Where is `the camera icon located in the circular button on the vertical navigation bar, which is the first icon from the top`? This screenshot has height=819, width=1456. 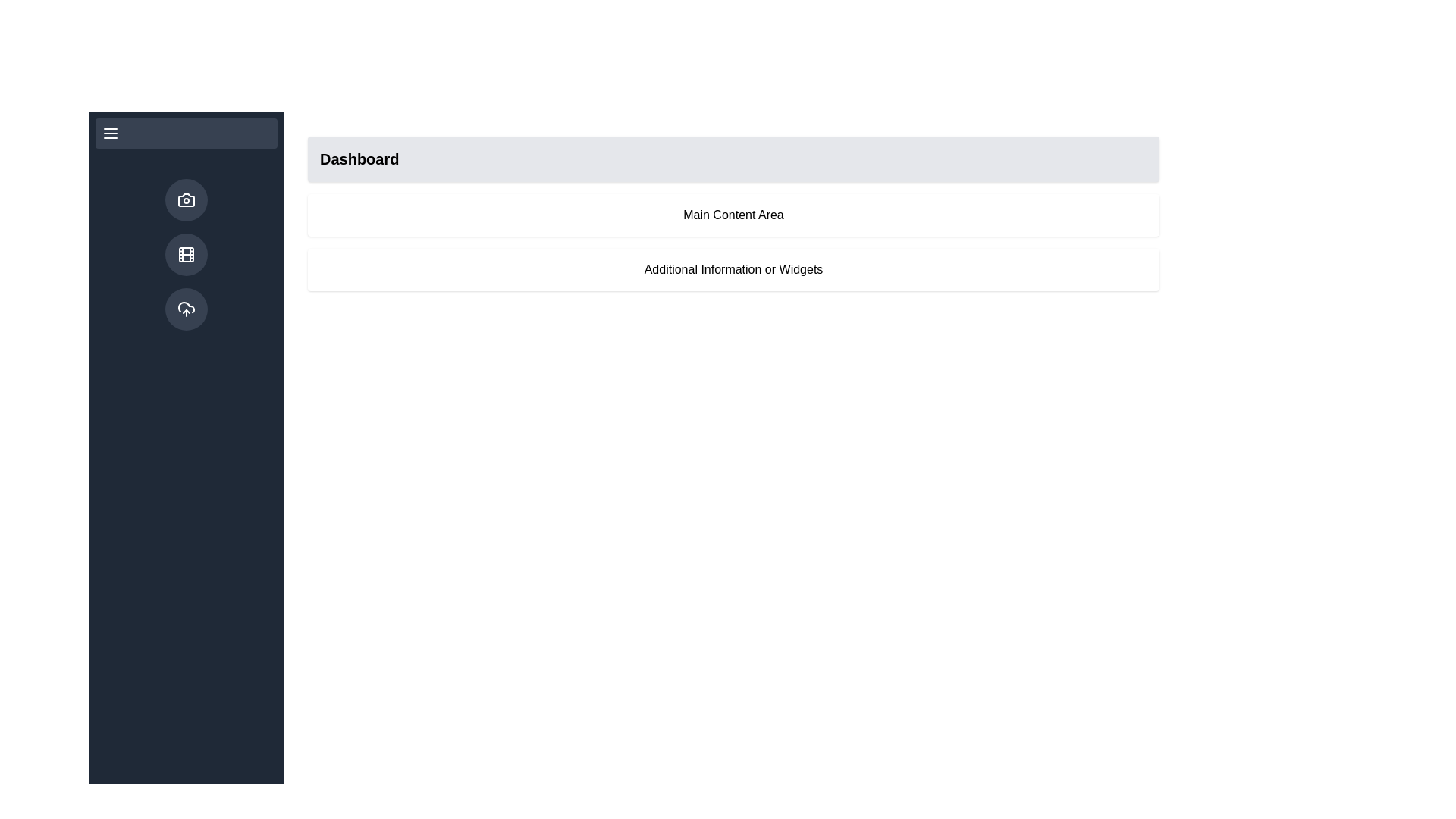
the camera icon located in the circular button on the vertical navigation bar, which is the first icon from the top is located at coordinates (185, 199).